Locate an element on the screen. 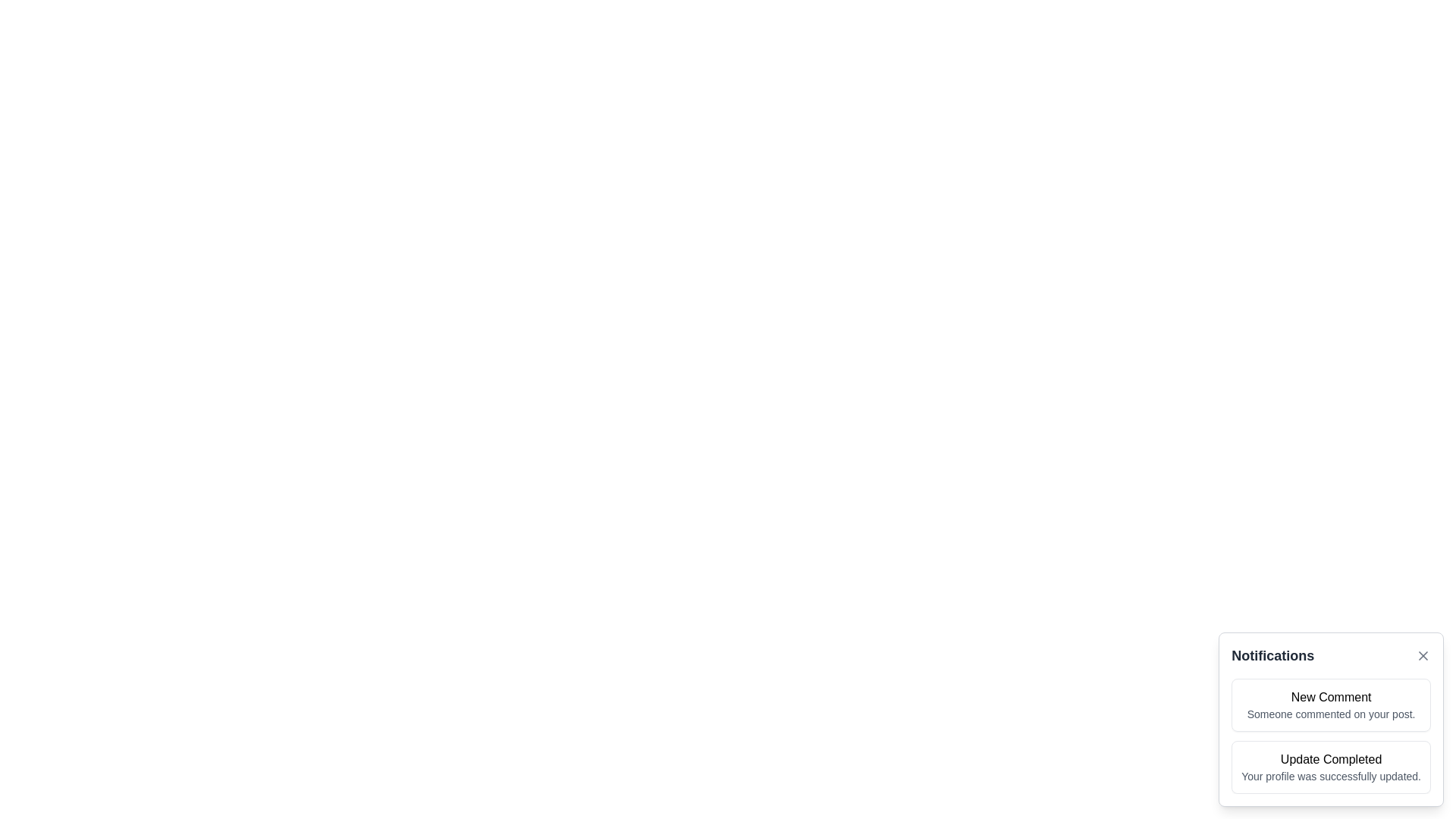  the title text element for the notifications section, which indicates updates or messages is located at coordinates (1272, 654).